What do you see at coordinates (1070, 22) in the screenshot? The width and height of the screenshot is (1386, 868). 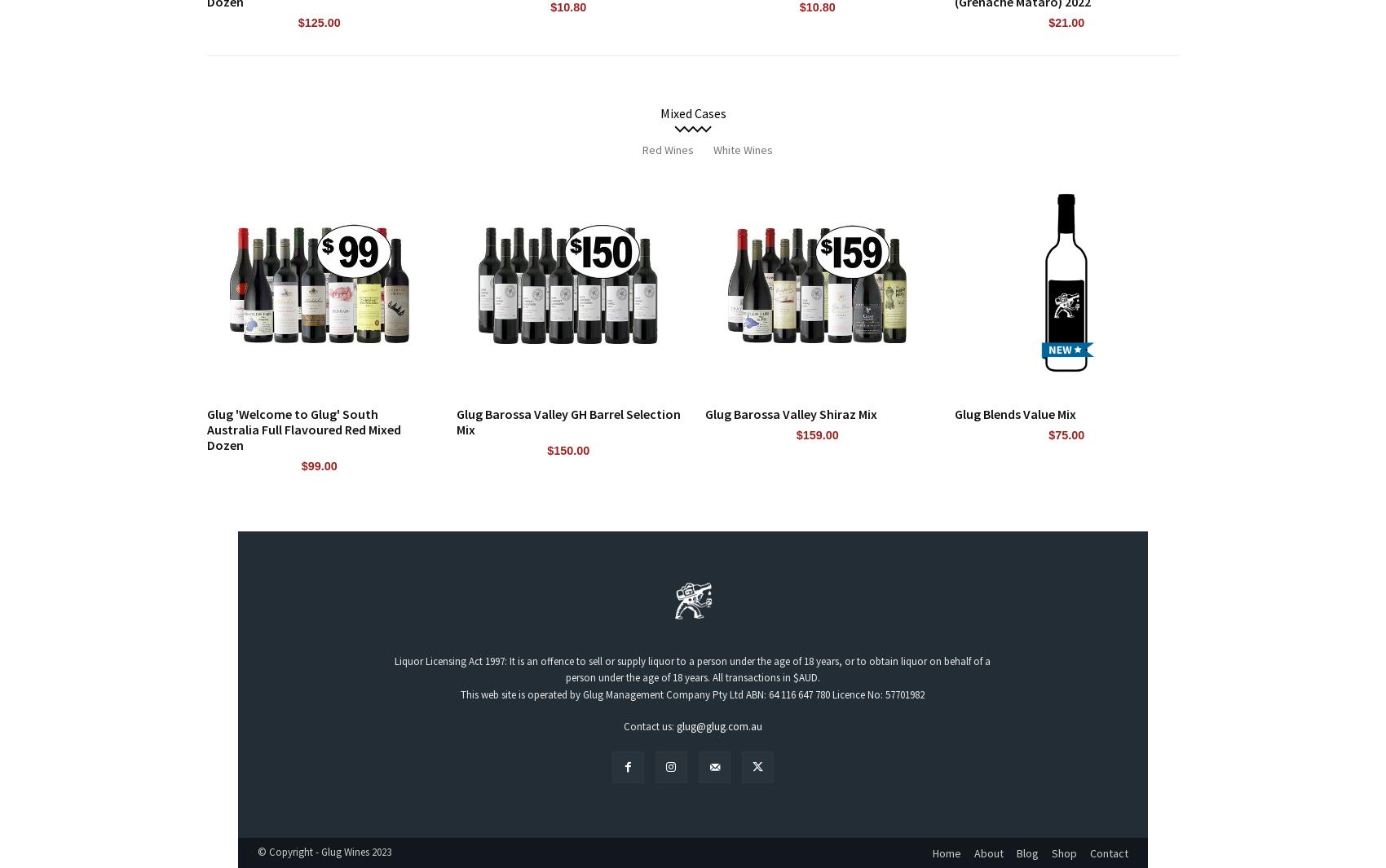 I see `'21.00'` at bounding box center [1070, 22].